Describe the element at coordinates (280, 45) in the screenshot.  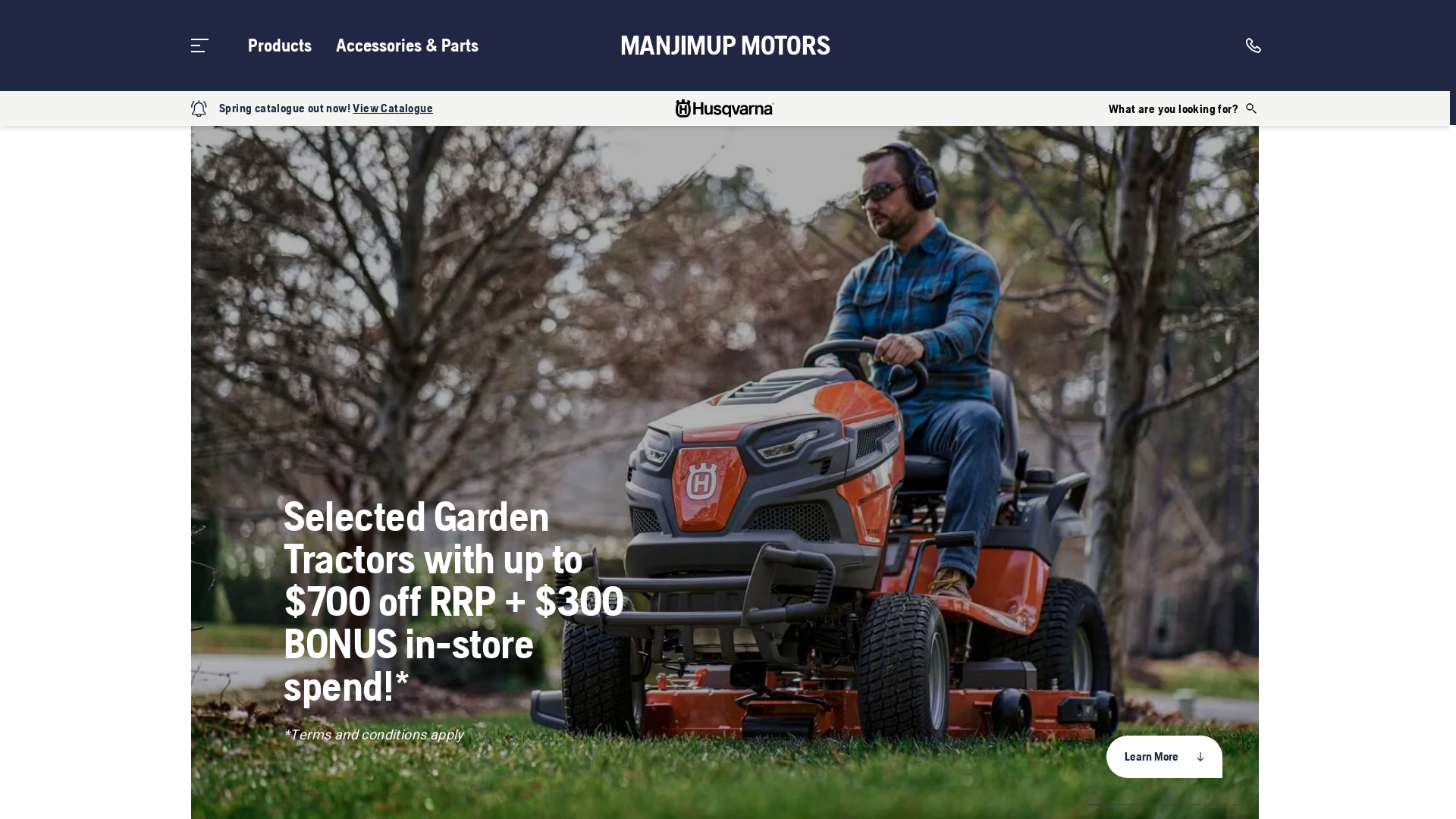
I see `'Products'` at that location.